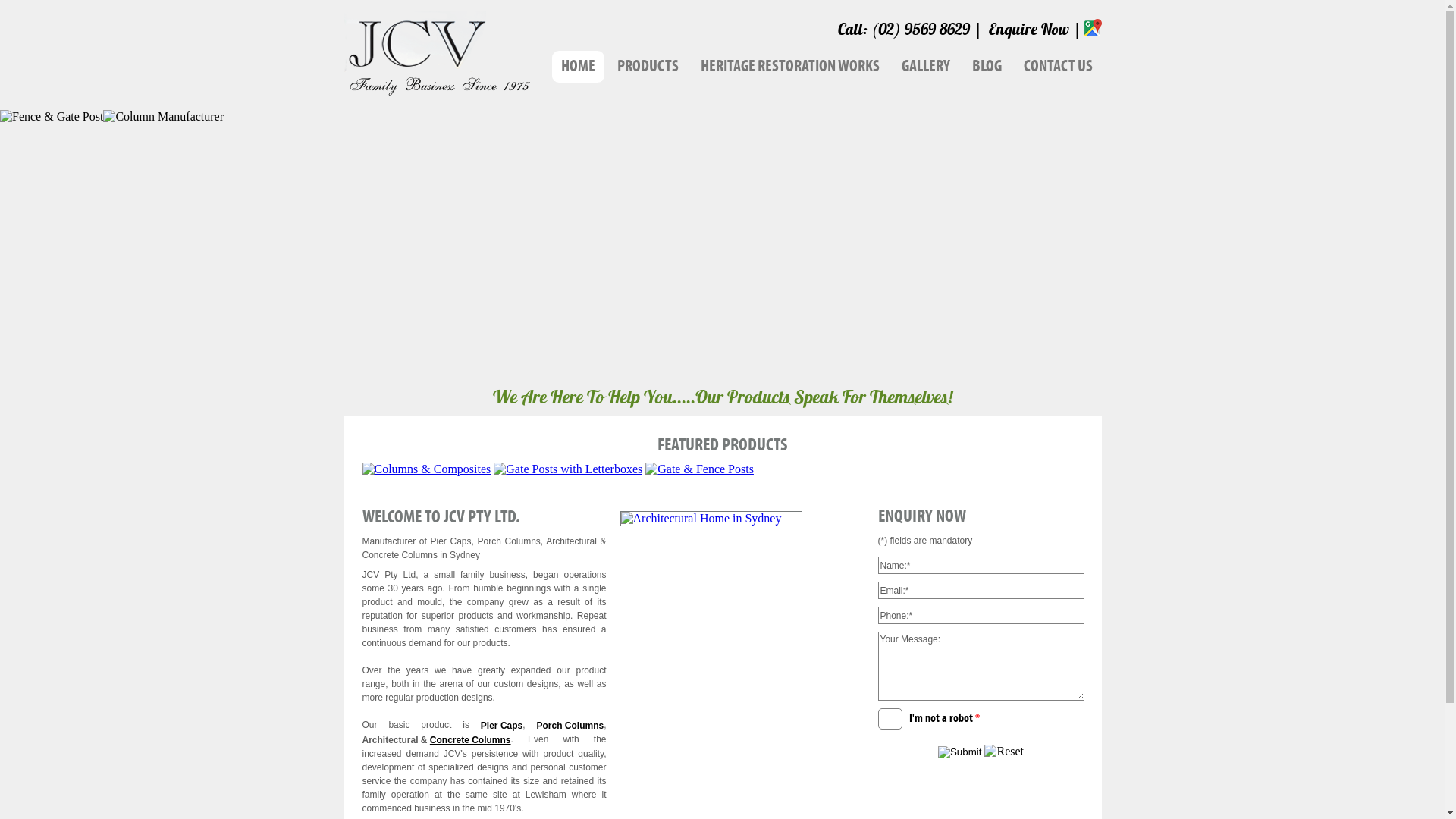 The height and width of the screenshot is (819, 1456). I want to click on 'HERITAGE RESTORATION WORKS', so click(691, 66).